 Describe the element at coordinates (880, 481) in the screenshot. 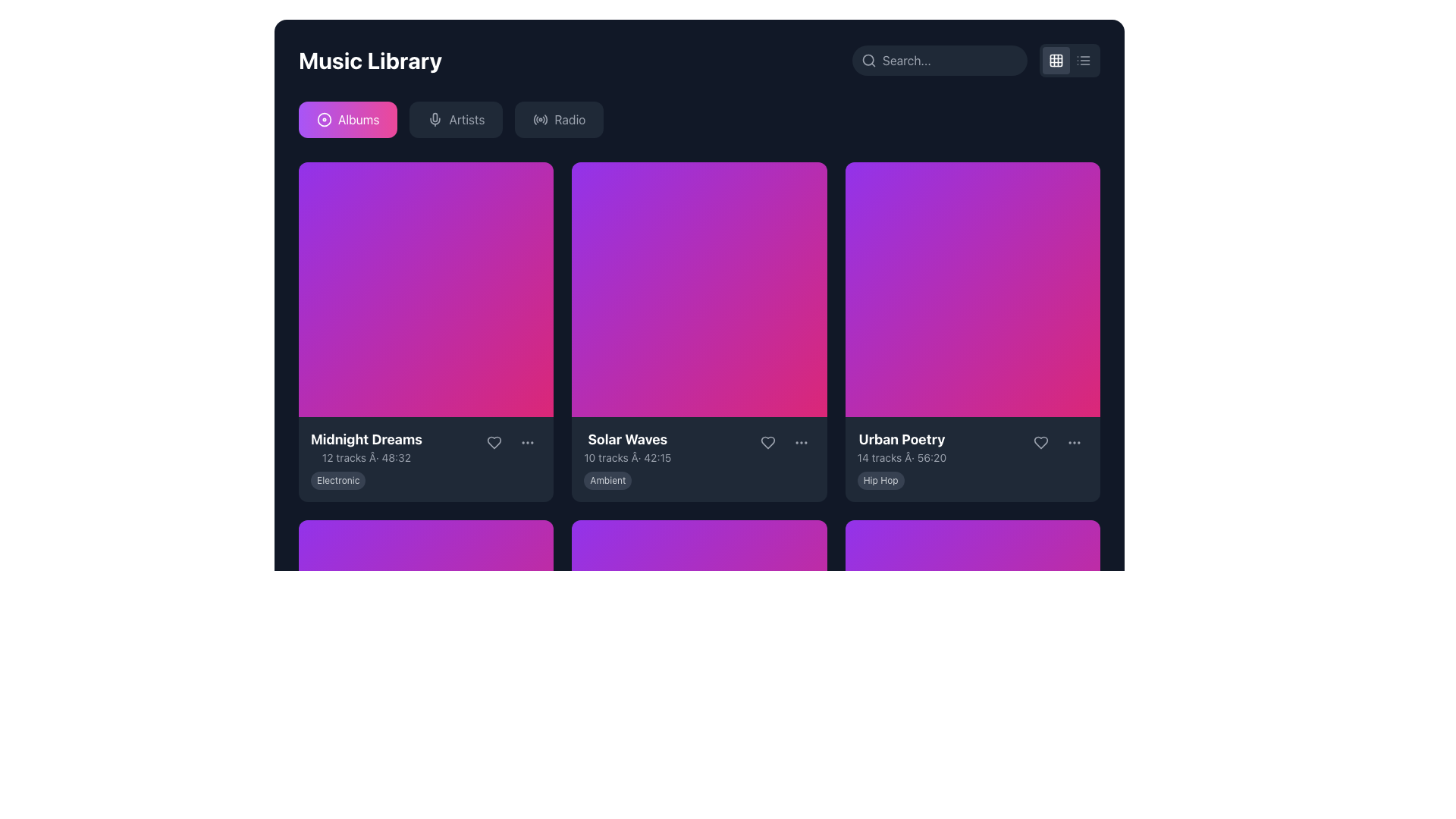

I see `the 'Hip Hop' label, which is a pill-shaped label with a dark gray background and white text, located at the bottom-left corner of the 'Urban Poetry' album card in the Music Library interface` at that location.